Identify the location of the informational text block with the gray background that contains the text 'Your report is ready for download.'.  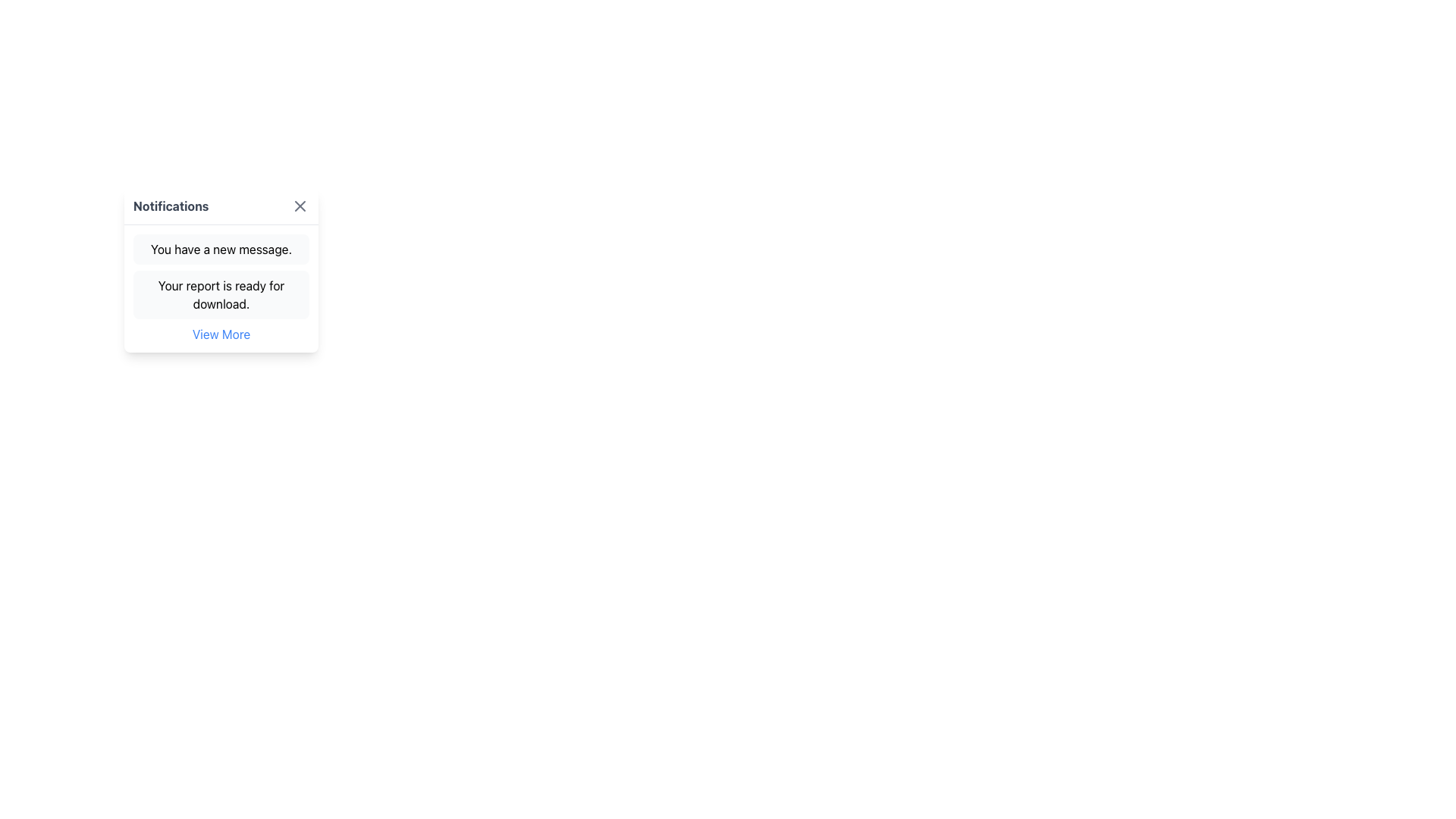
(221, 295).